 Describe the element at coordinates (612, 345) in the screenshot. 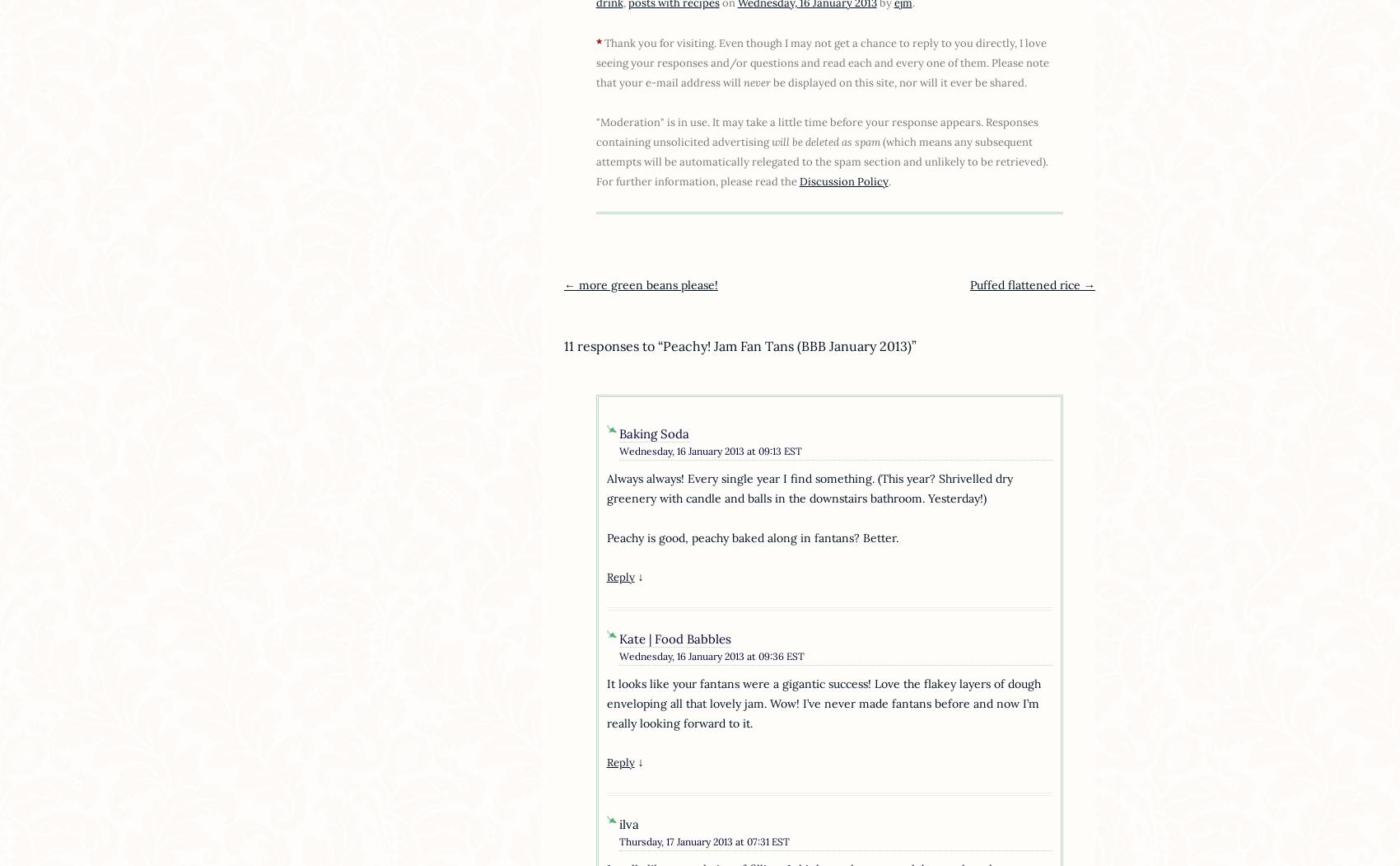

I see `'11 responses to “'` at that location.